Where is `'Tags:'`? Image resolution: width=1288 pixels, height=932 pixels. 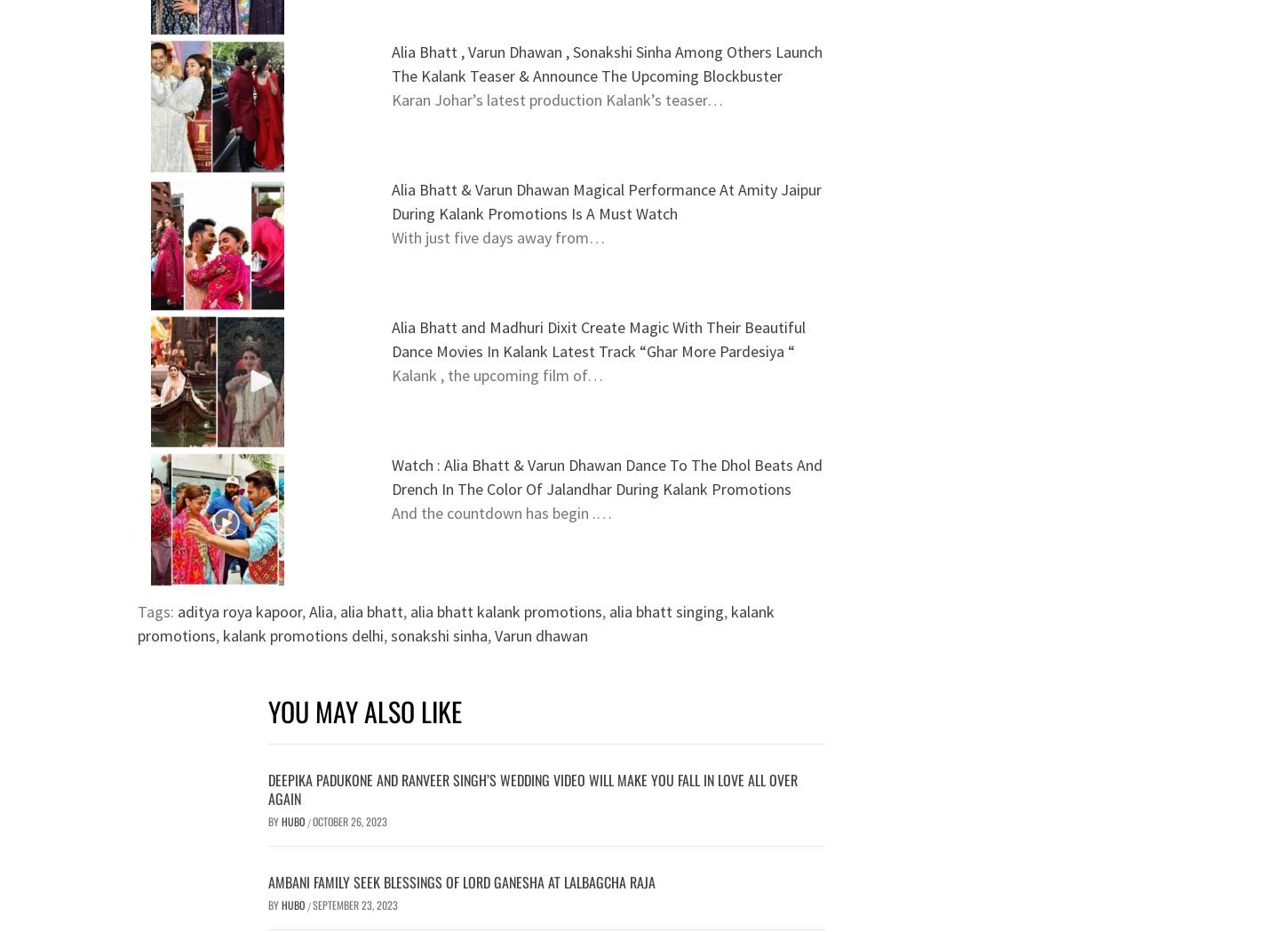
'Tags:' is located at coordinates (156, 611).